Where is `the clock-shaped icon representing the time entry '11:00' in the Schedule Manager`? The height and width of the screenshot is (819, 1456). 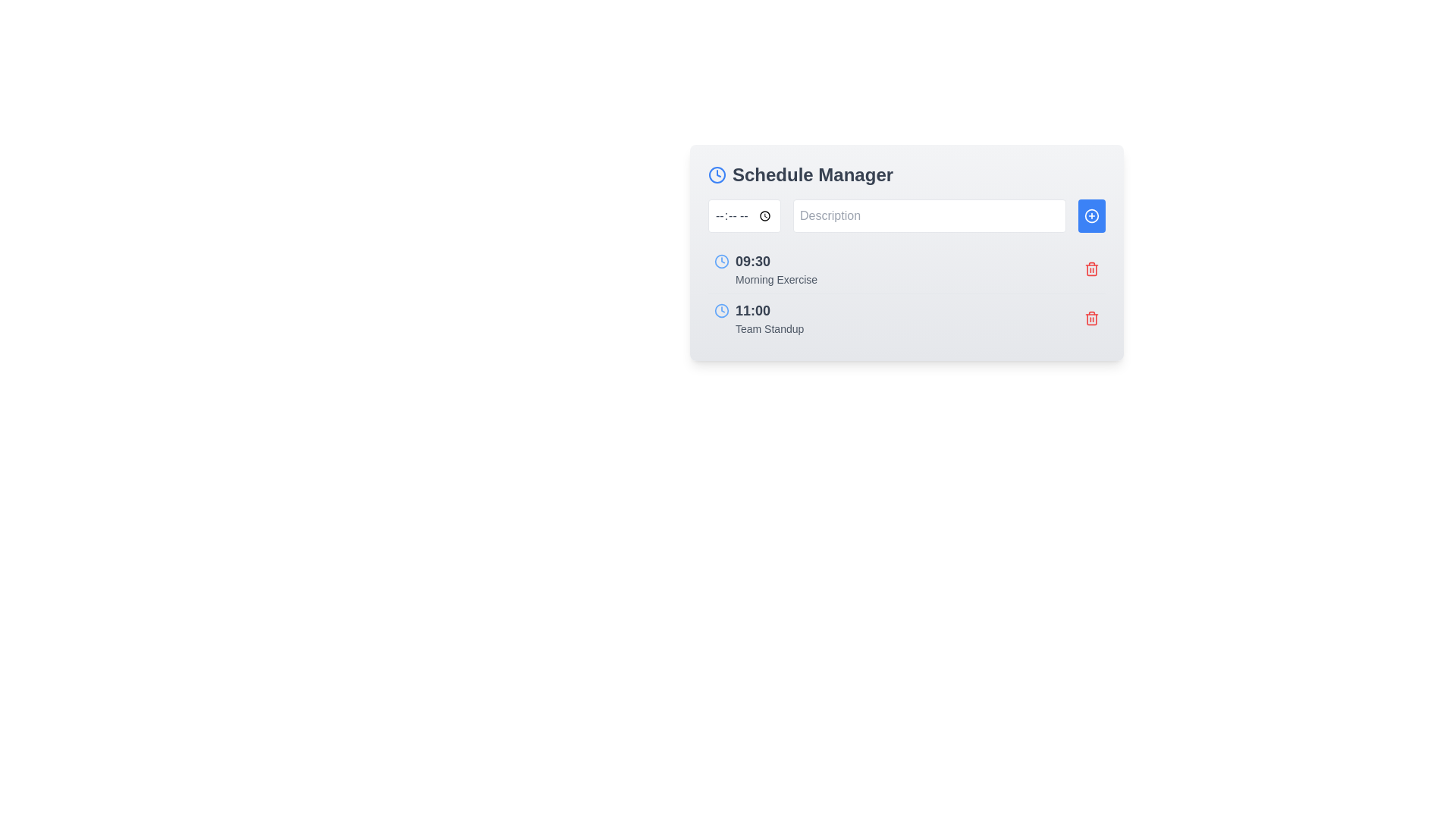
the clock-shaped icon representing the time entry '11:00' in the Schedule Manager is located at coordinates (720, 309).